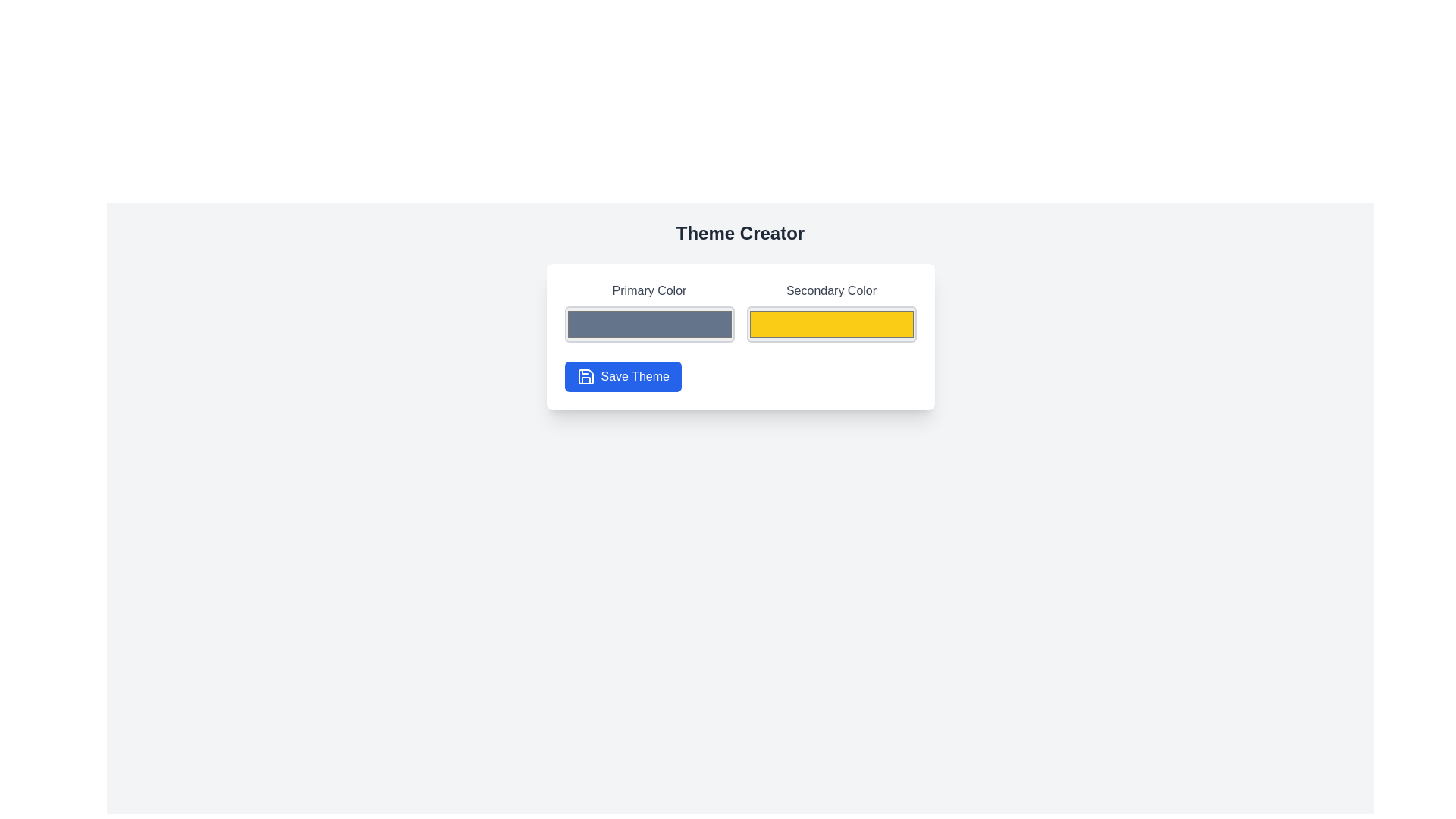 This screenshot has height=819, width=1456. Describe the element at coordinates (649, 291) in the screenshot. I see `the 'Primary Color' label, which is a bold gray text label positioned above a color picker component` at that location.